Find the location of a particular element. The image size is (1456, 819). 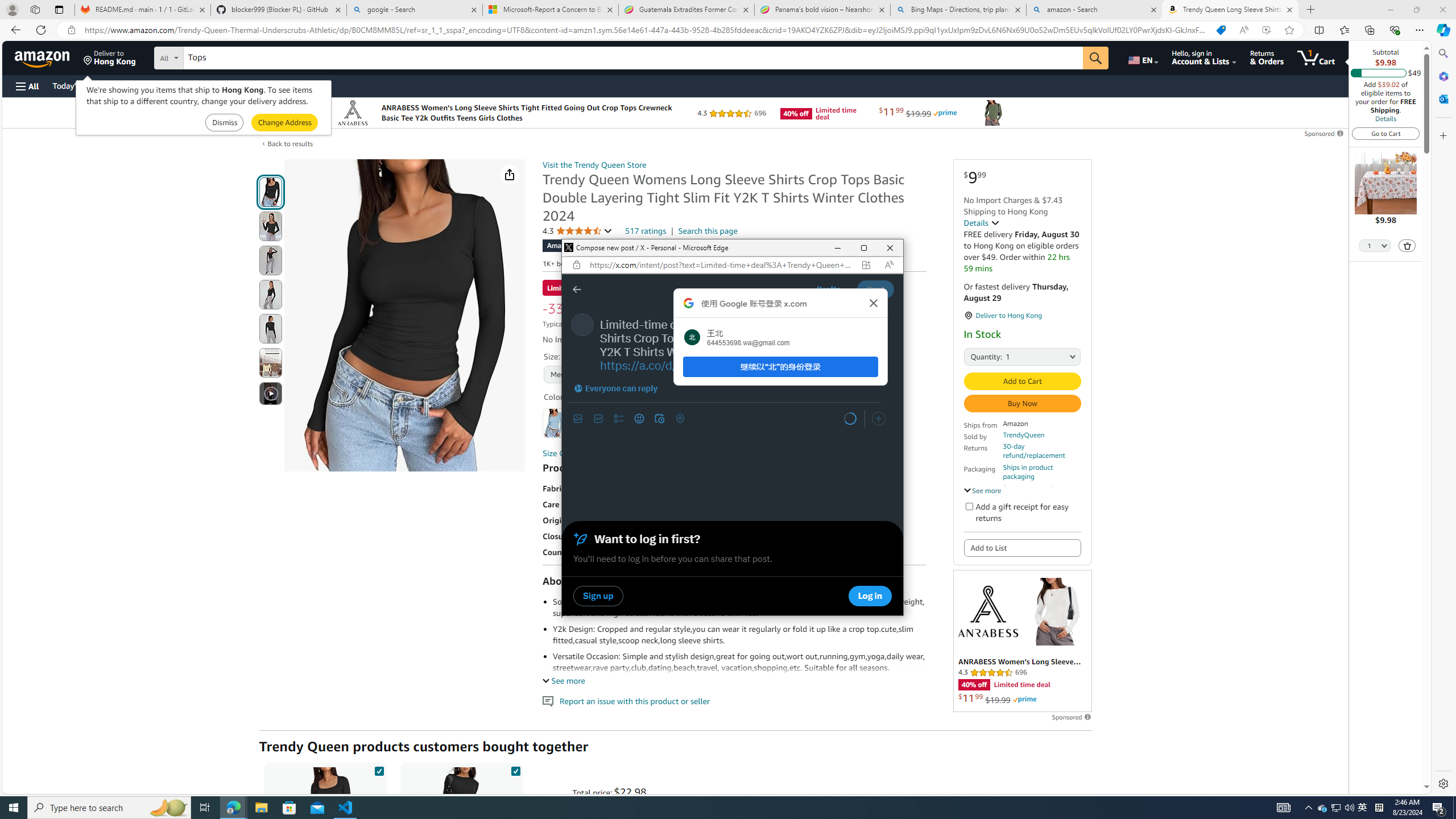

'Share' is located at coordinates (510, 174).